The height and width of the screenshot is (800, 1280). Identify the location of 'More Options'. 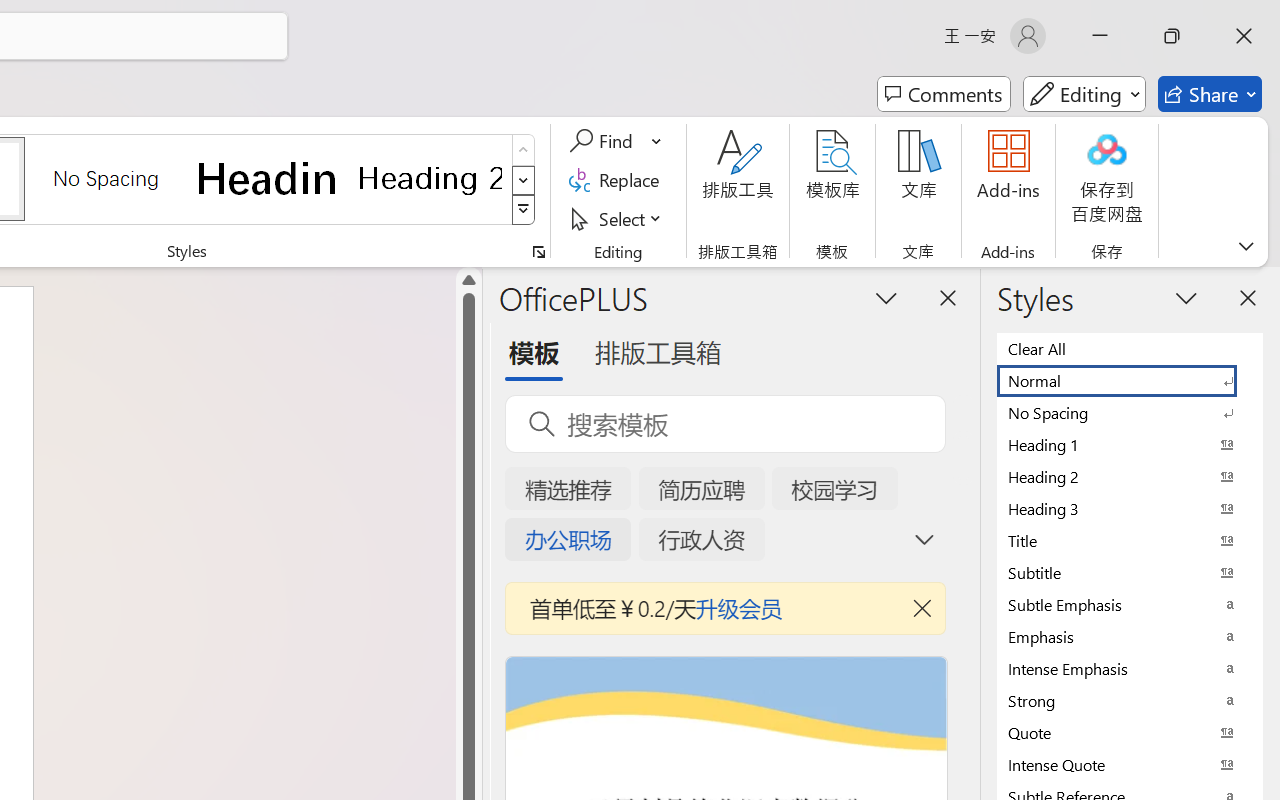
(657, 141).